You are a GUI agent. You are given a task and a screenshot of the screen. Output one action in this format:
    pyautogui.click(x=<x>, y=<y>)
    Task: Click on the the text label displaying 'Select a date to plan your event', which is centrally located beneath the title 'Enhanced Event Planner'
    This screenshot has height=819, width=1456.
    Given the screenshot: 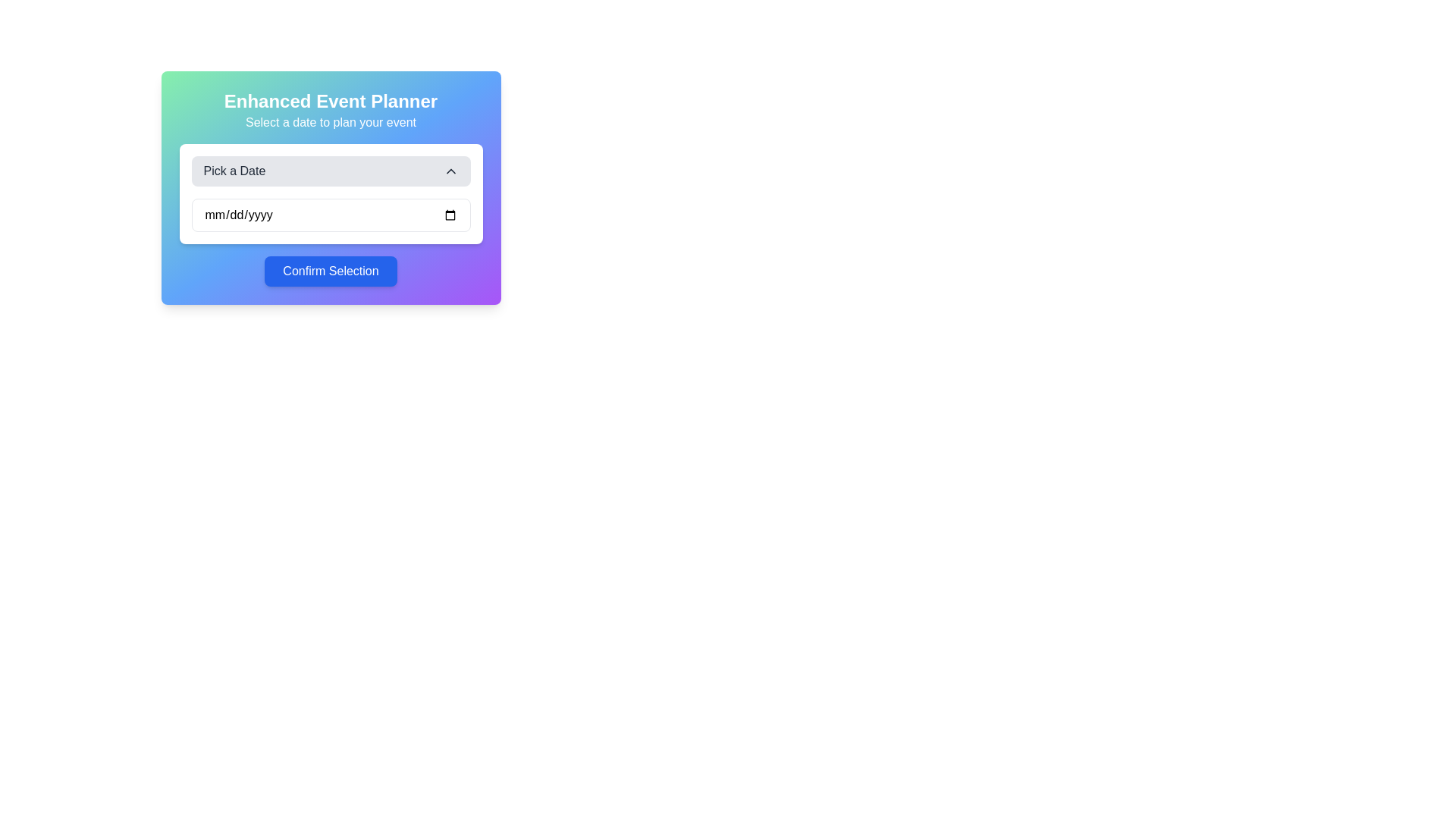 What is the action you would take?
    pyautogui.click(x=330, y=122)
    